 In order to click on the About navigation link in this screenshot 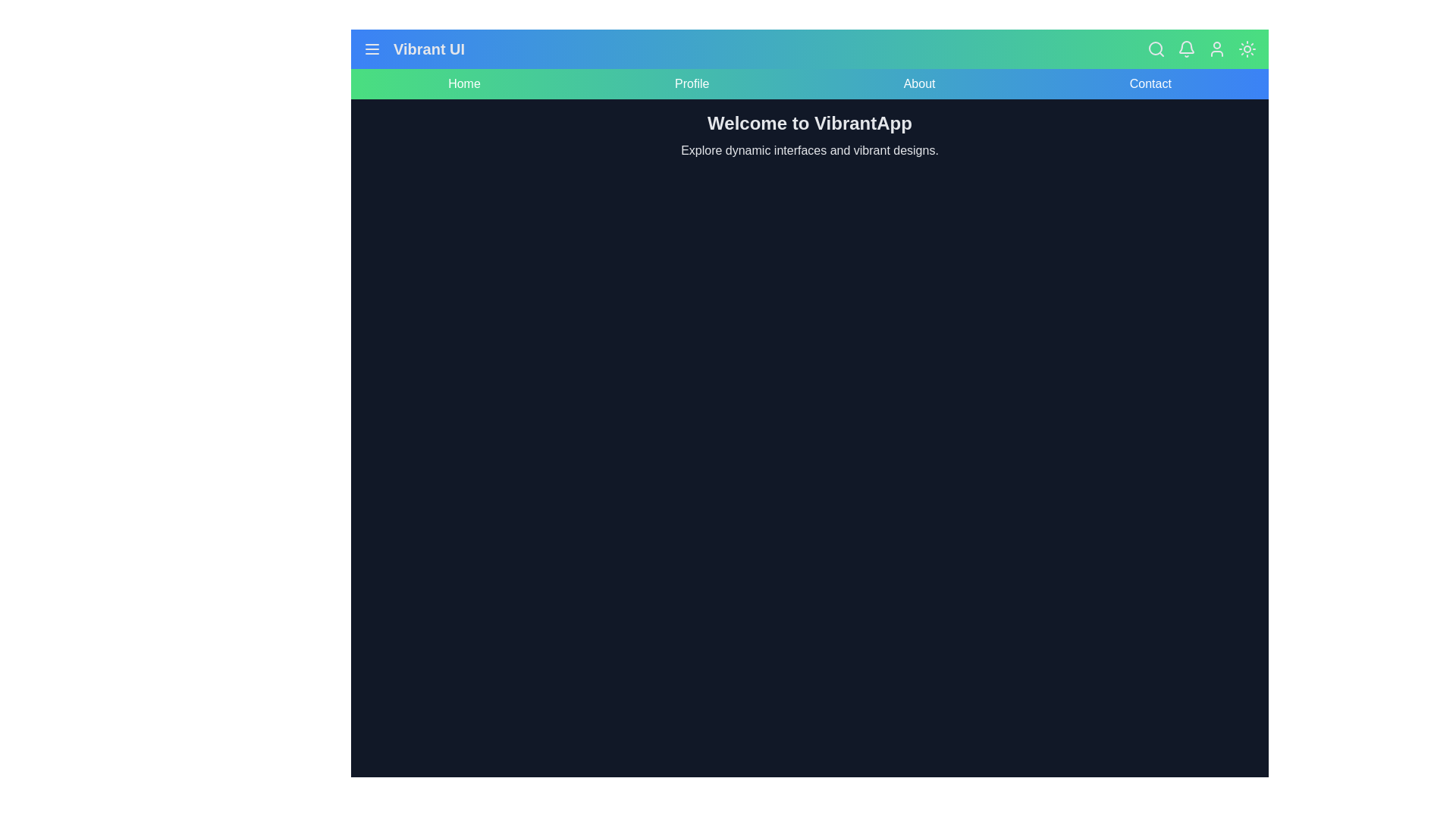, I will do `click(918, 84)`.